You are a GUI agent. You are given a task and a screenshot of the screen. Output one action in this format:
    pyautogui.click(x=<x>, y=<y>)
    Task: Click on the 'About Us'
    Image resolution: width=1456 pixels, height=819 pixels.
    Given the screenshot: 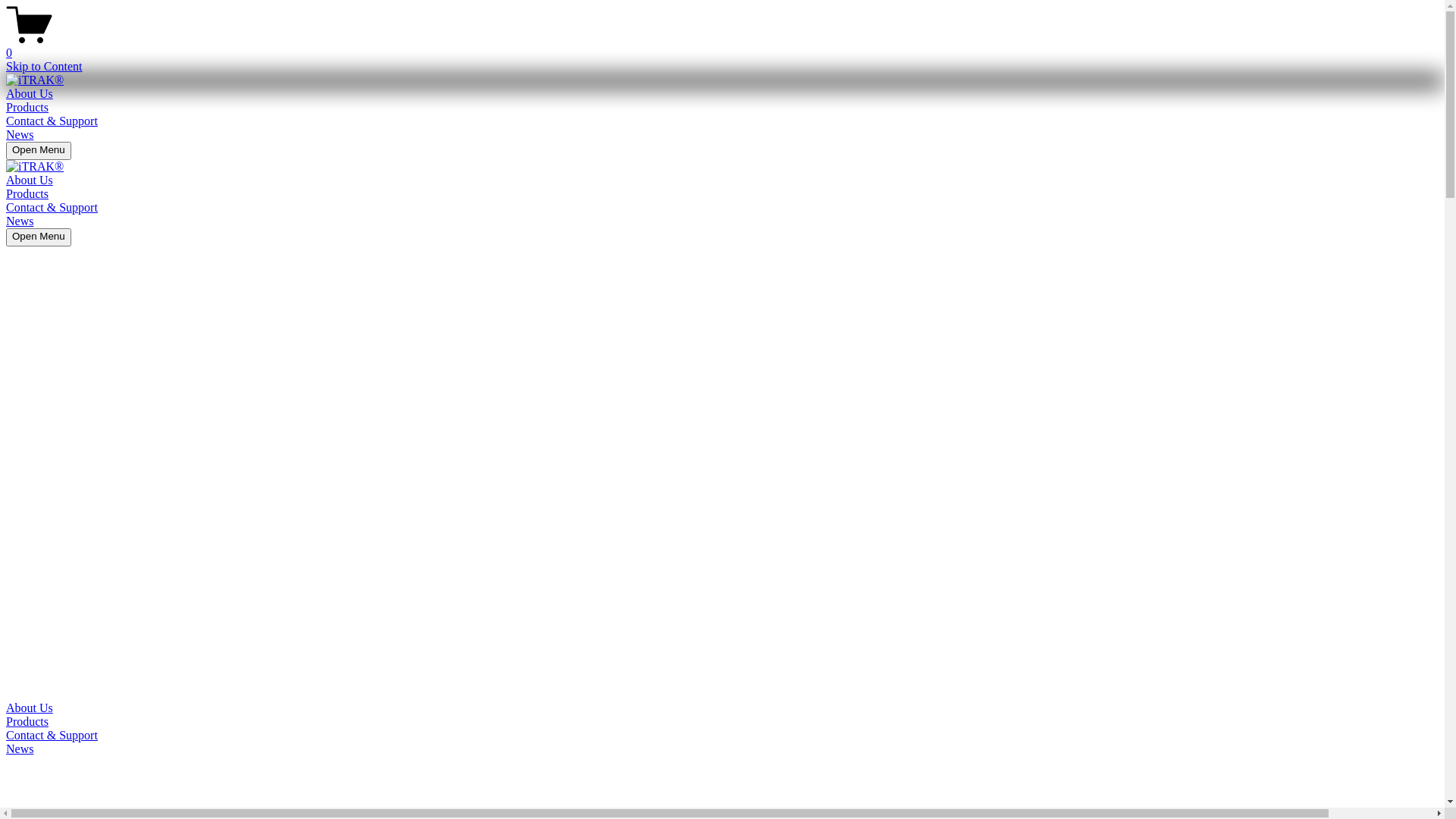 What is the action you would take?
    pyautogui.click(x=29, y=93)
    